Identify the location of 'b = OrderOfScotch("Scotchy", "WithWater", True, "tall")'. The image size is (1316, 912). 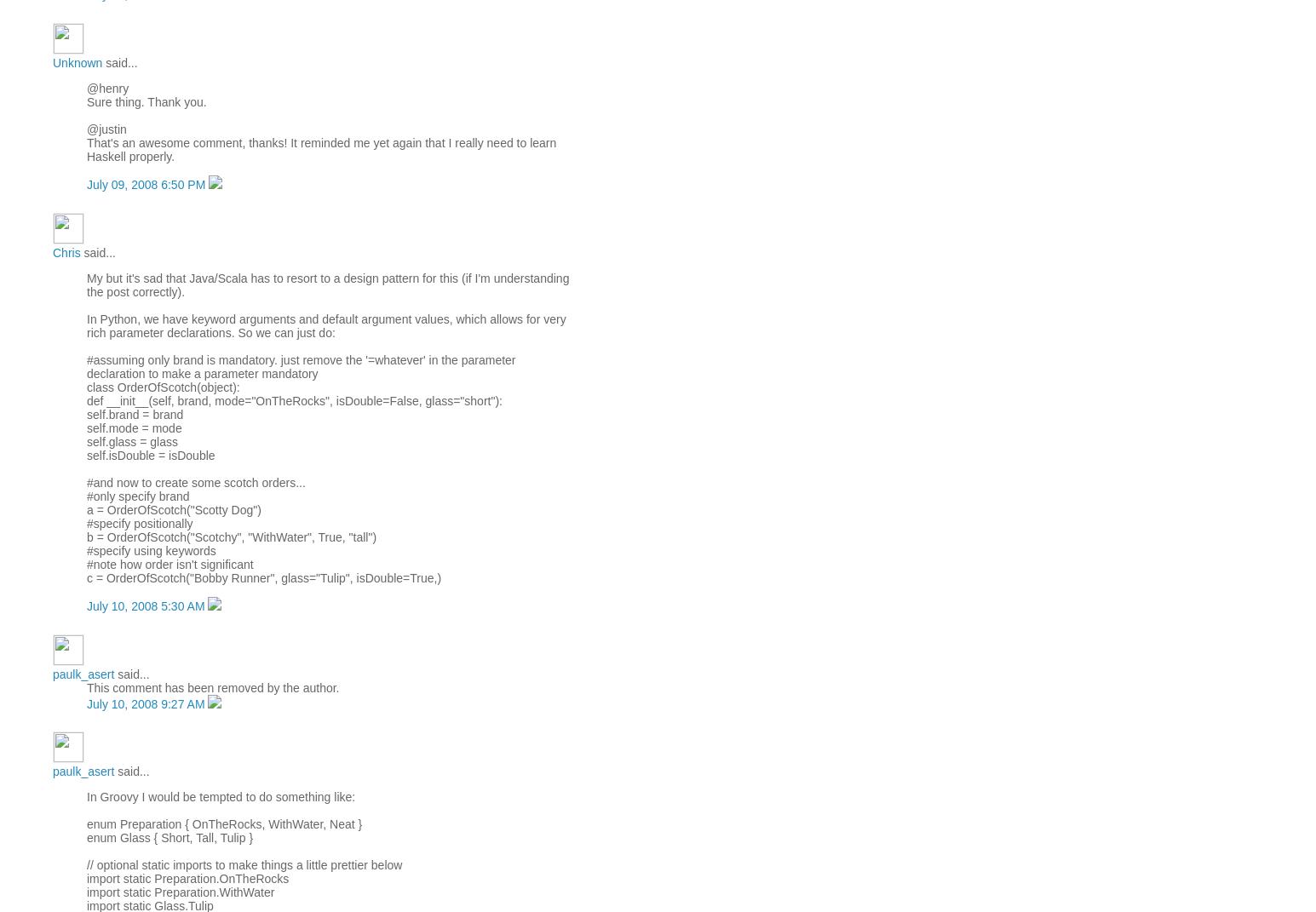
(232, 535).